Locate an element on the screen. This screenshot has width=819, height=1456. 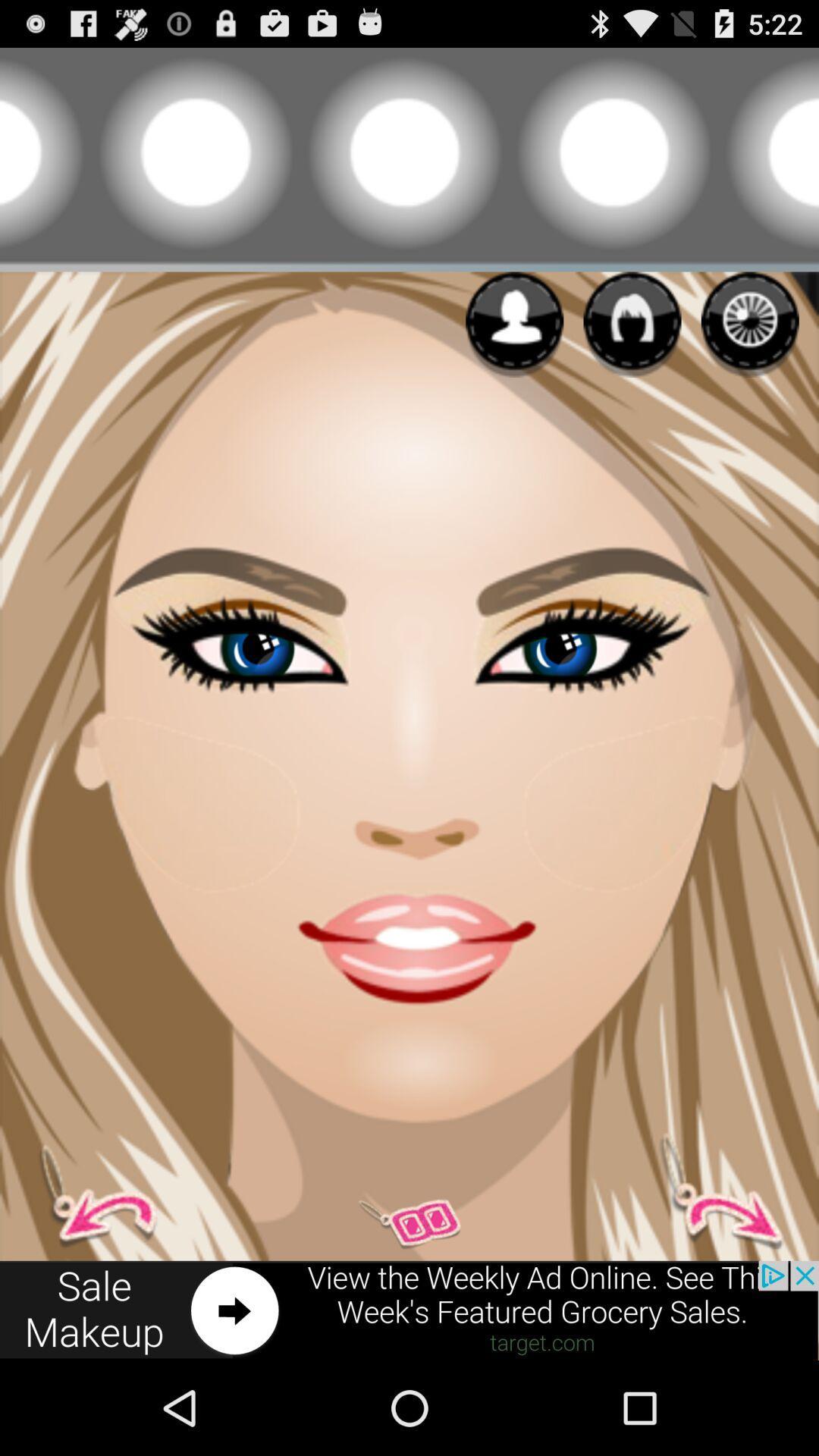
the right first icon is located at coordinates (513, 324).